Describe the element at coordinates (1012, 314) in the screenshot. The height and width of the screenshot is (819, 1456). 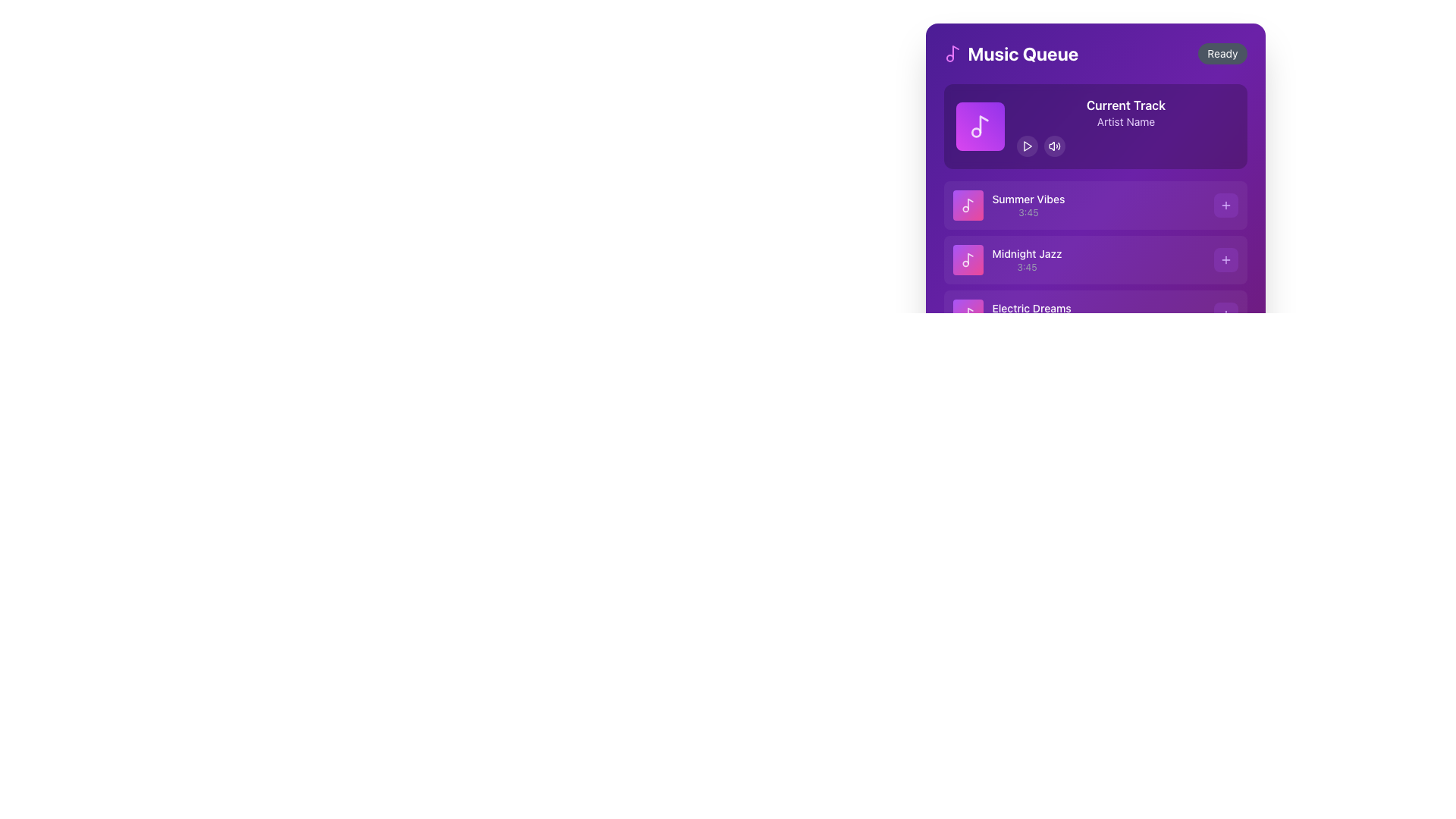
I see `to select the song item titled 'Electric Dreams' with a duration of '3:45', which is the last item in the 'Music Queue' section` at that location.